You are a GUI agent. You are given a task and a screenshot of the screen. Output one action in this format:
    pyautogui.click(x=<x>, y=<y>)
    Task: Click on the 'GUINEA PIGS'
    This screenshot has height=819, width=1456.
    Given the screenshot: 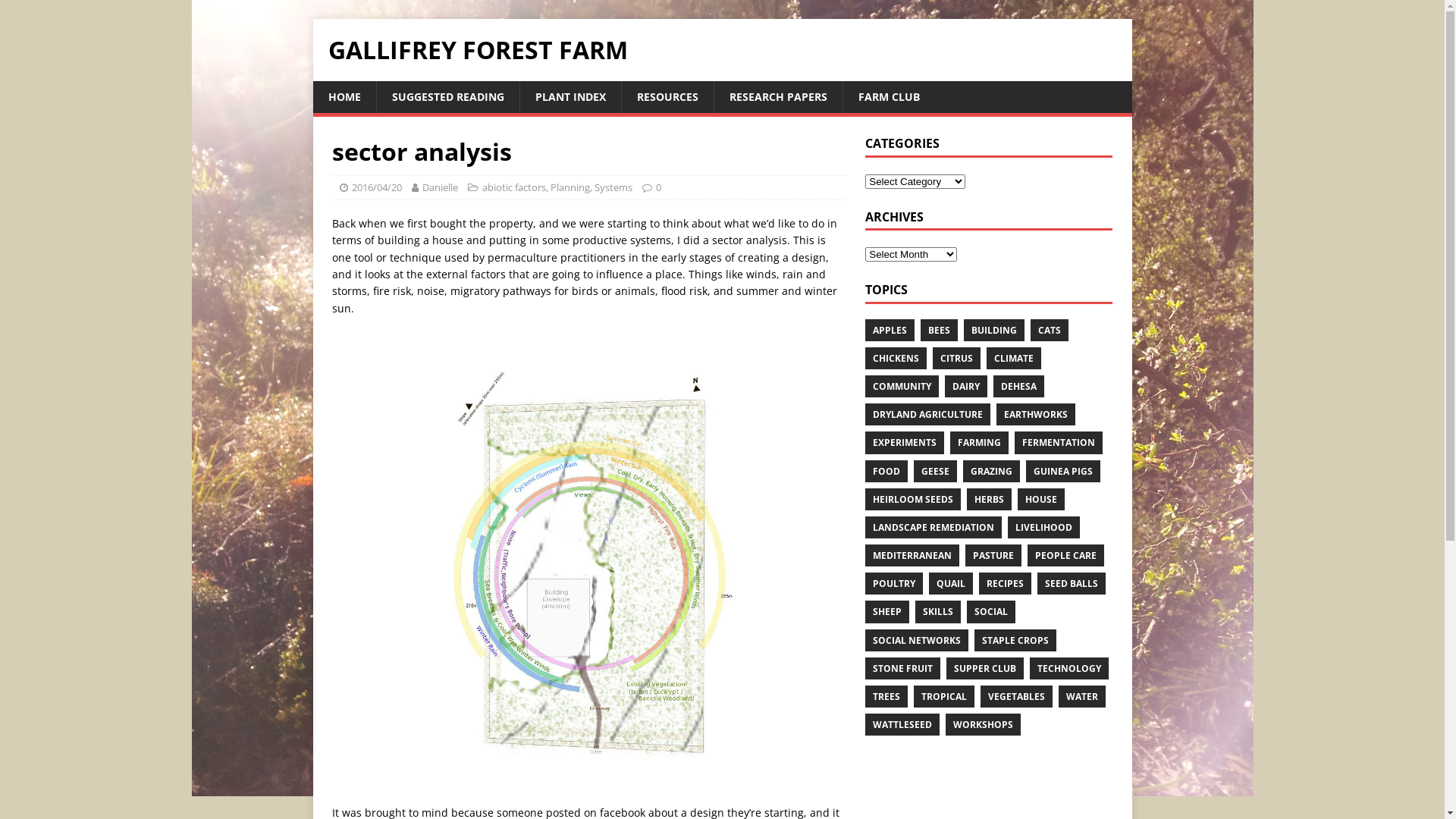 What is the action you would take?
    pyautogui.click(x=1062, y=469)
    